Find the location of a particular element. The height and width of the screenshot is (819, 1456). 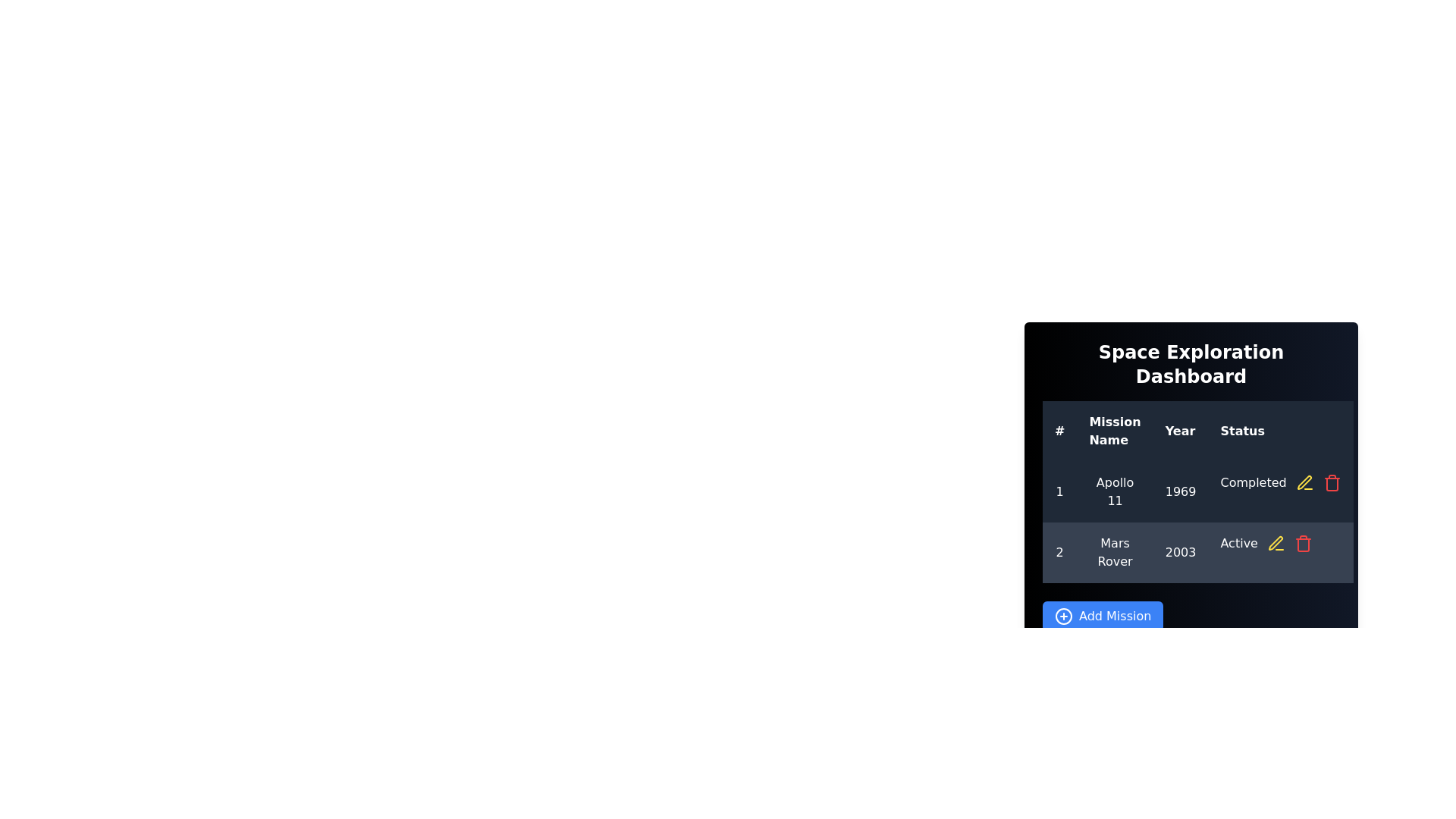

the text label displaying the number '2' in white on a dark background, which is is located at coordinates (1059, 553).